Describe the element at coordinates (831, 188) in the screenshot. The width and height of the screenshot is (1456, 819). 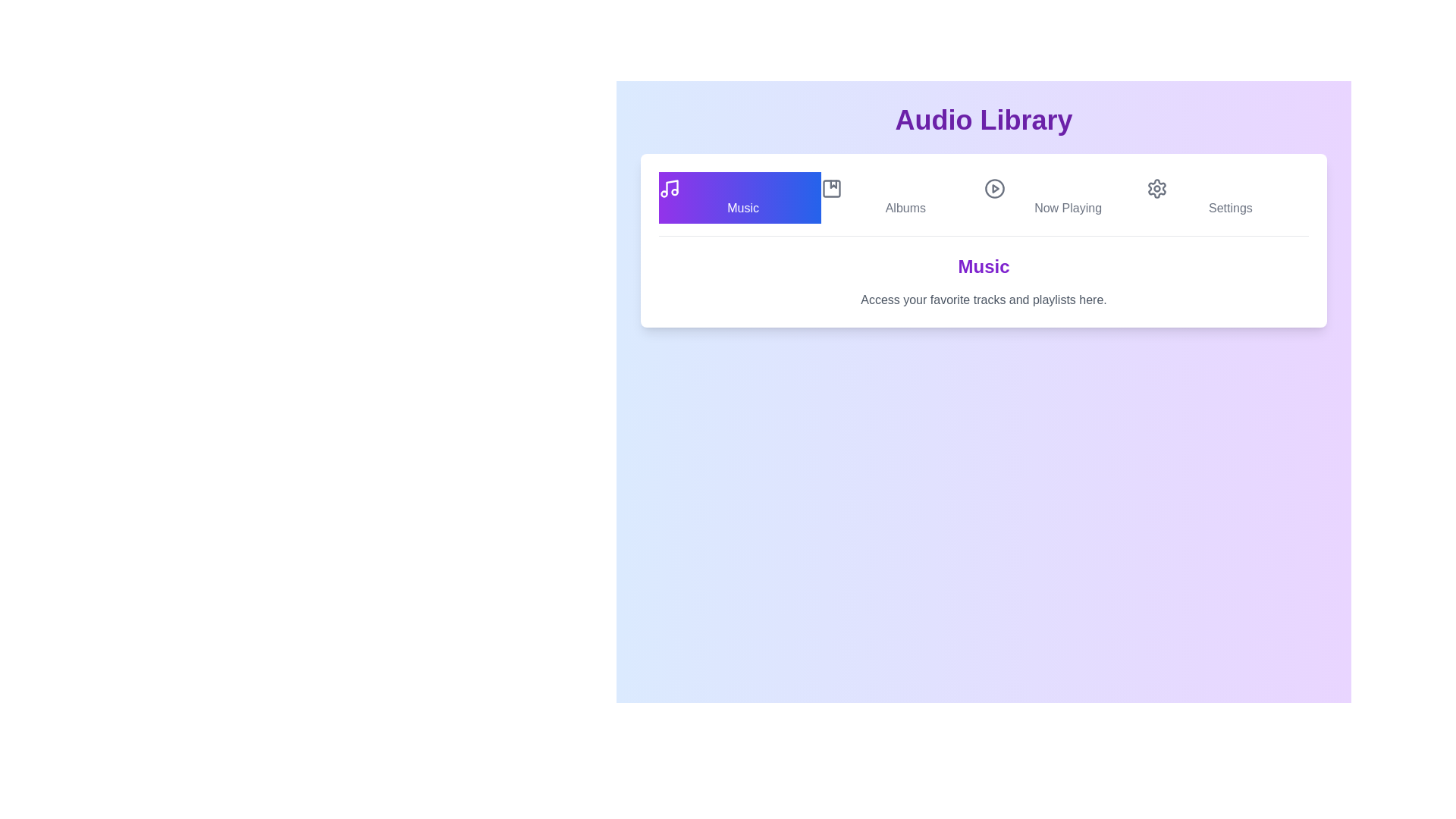
I see `the album icon represented by a monochromatic SVG element with a square outline and a photographic depiction, located in the 'Albums' section of the navigation interface` at that location.